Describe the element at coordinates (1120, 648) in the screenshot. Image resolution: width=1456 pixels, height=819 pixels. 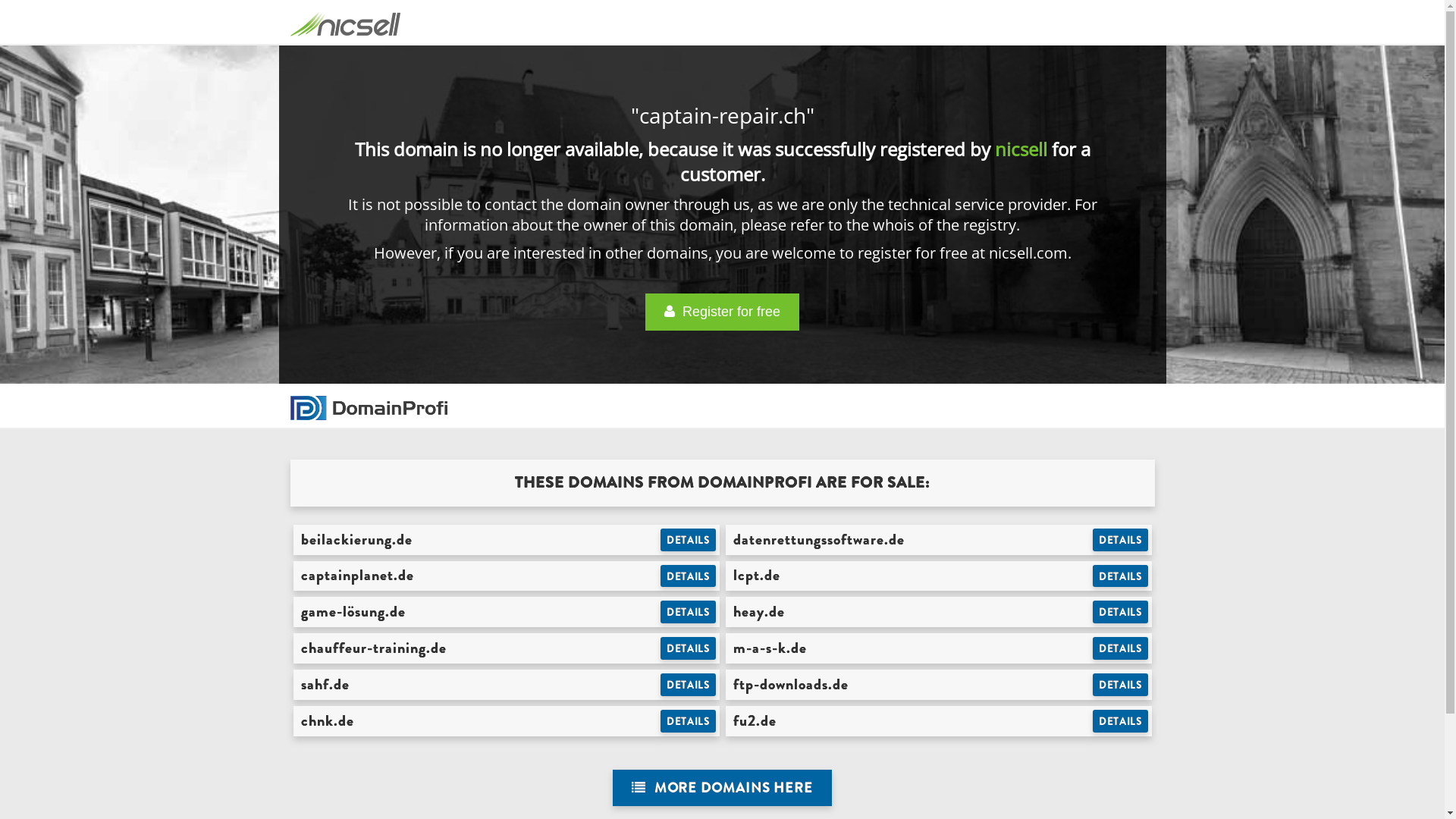
I see `'DETAILS'` at that location.